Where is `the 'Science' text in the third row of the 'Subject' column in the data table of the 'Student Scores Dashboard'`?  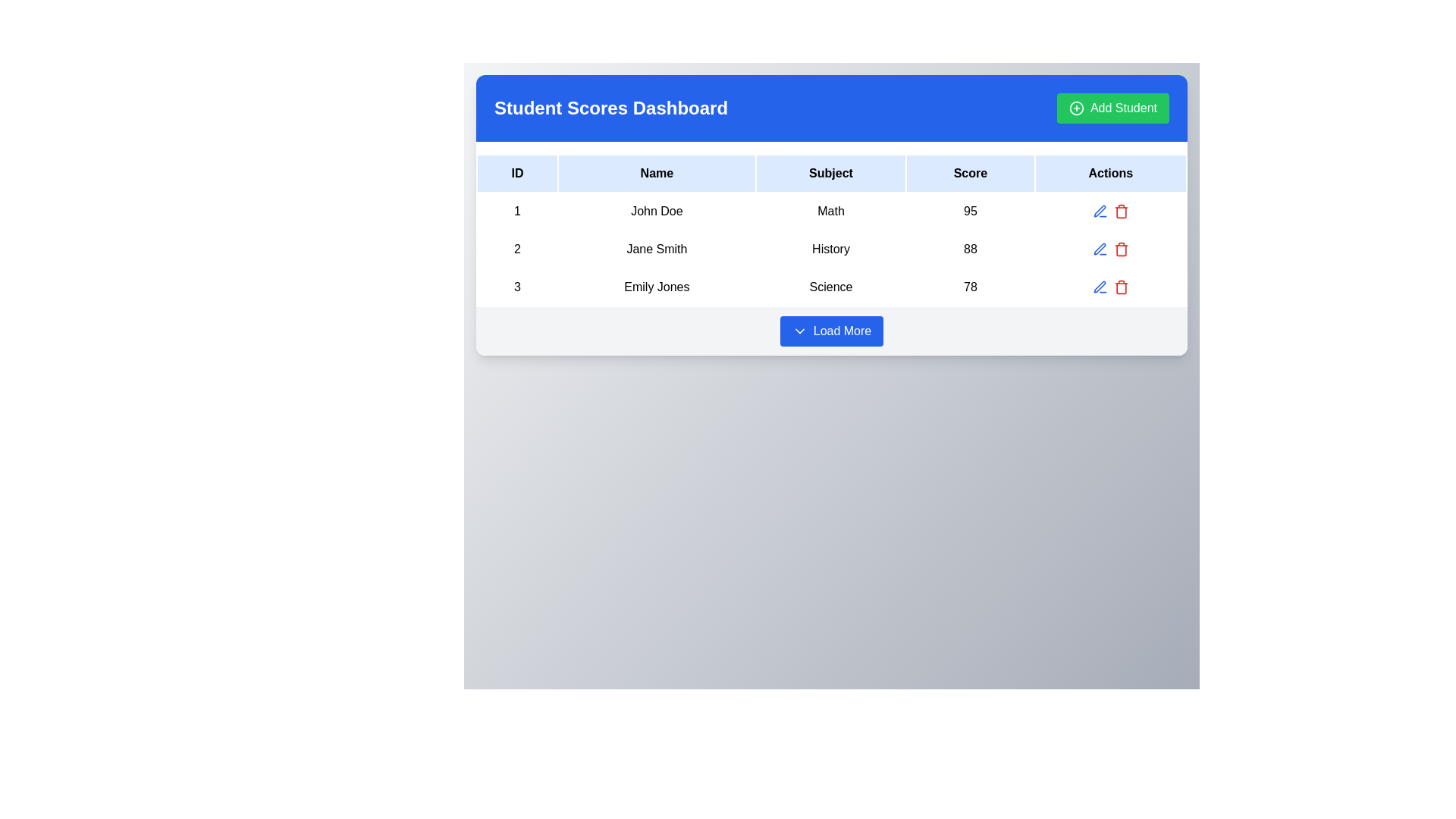
the 'Science' text in the third row of the 'Subject' column in the data table of the 'Student Scores Dashboard' is located at coordinates (831, 287).